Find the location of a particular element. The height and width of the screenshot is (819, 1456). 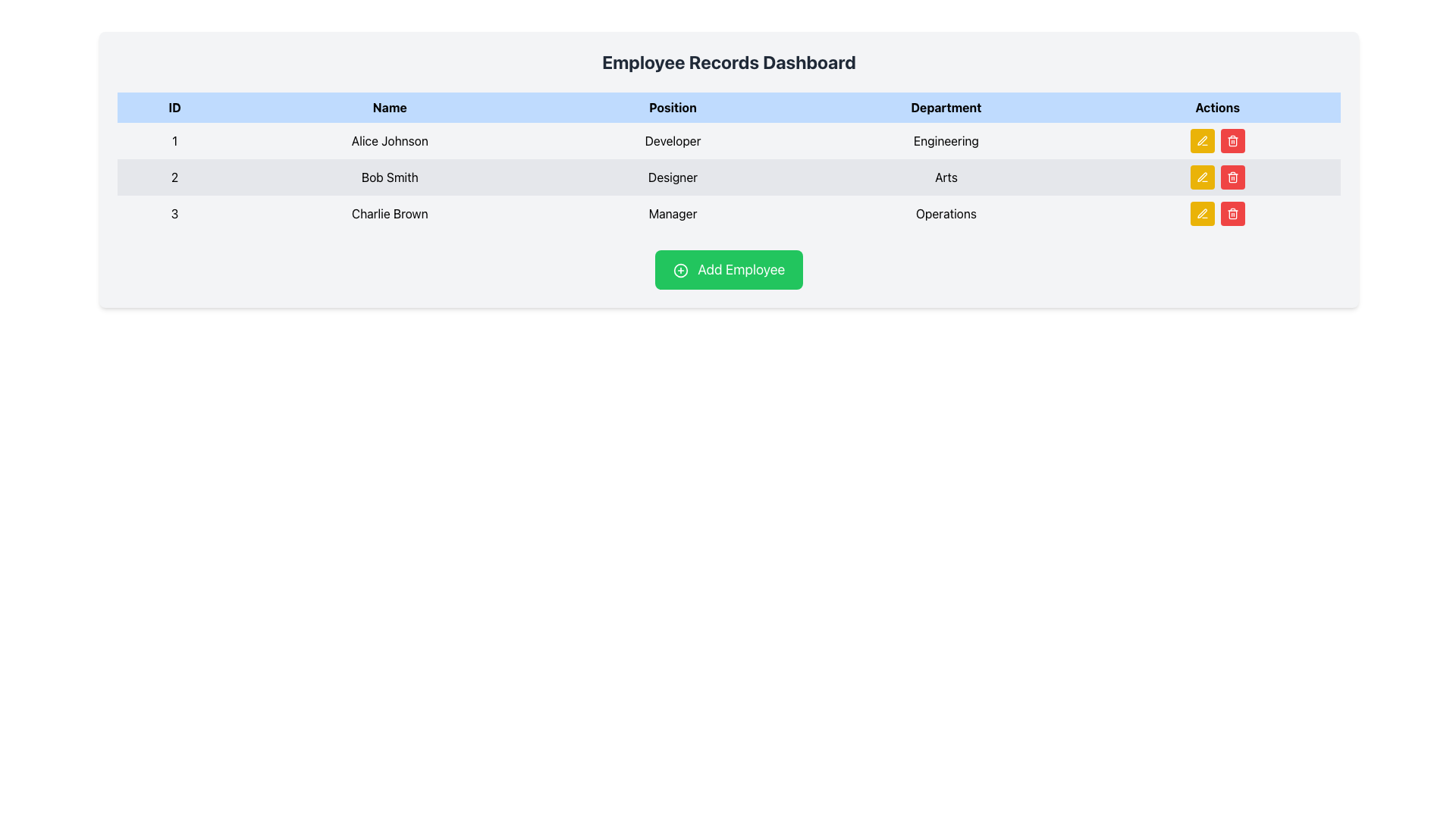

the red button with a trash icon in the 'Actions' column of the row for 'Bob Smith' is located at coordinates (1232, 177).